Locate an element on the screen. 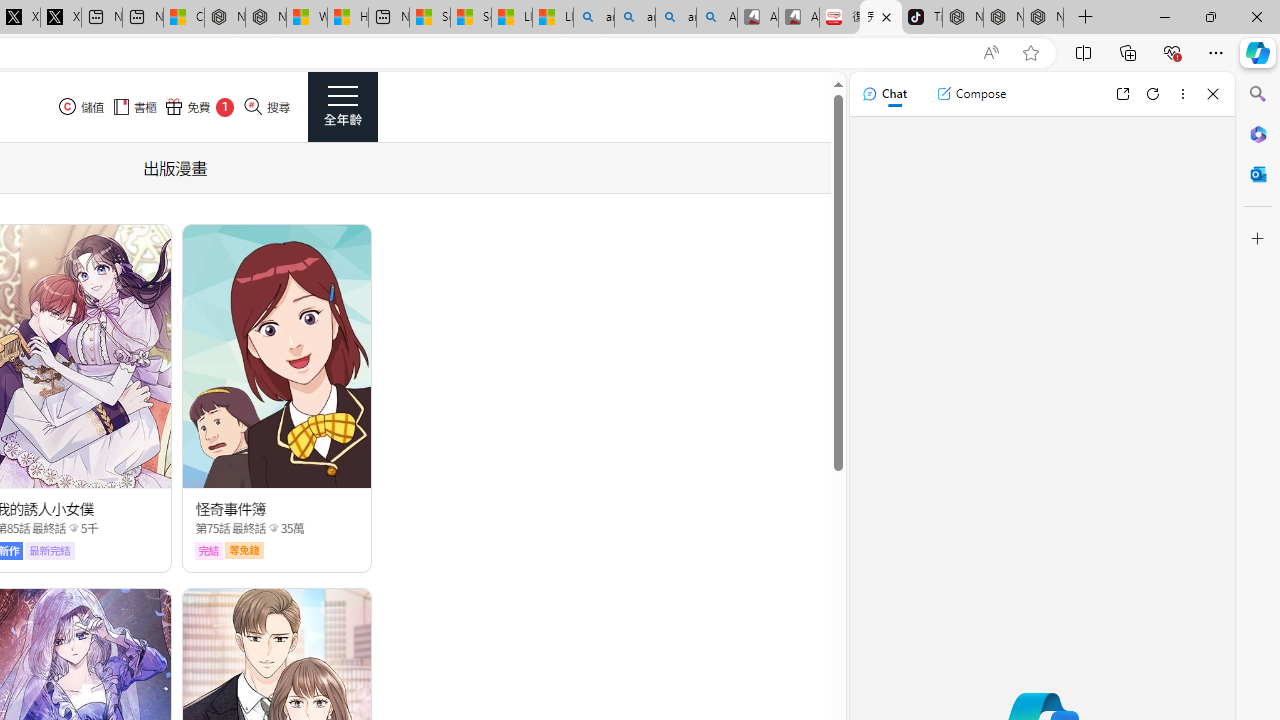 This screenshot has width=1280, height=720. 'Amazon Echo Robot - Search Images' is located at coordinates (717, 17).